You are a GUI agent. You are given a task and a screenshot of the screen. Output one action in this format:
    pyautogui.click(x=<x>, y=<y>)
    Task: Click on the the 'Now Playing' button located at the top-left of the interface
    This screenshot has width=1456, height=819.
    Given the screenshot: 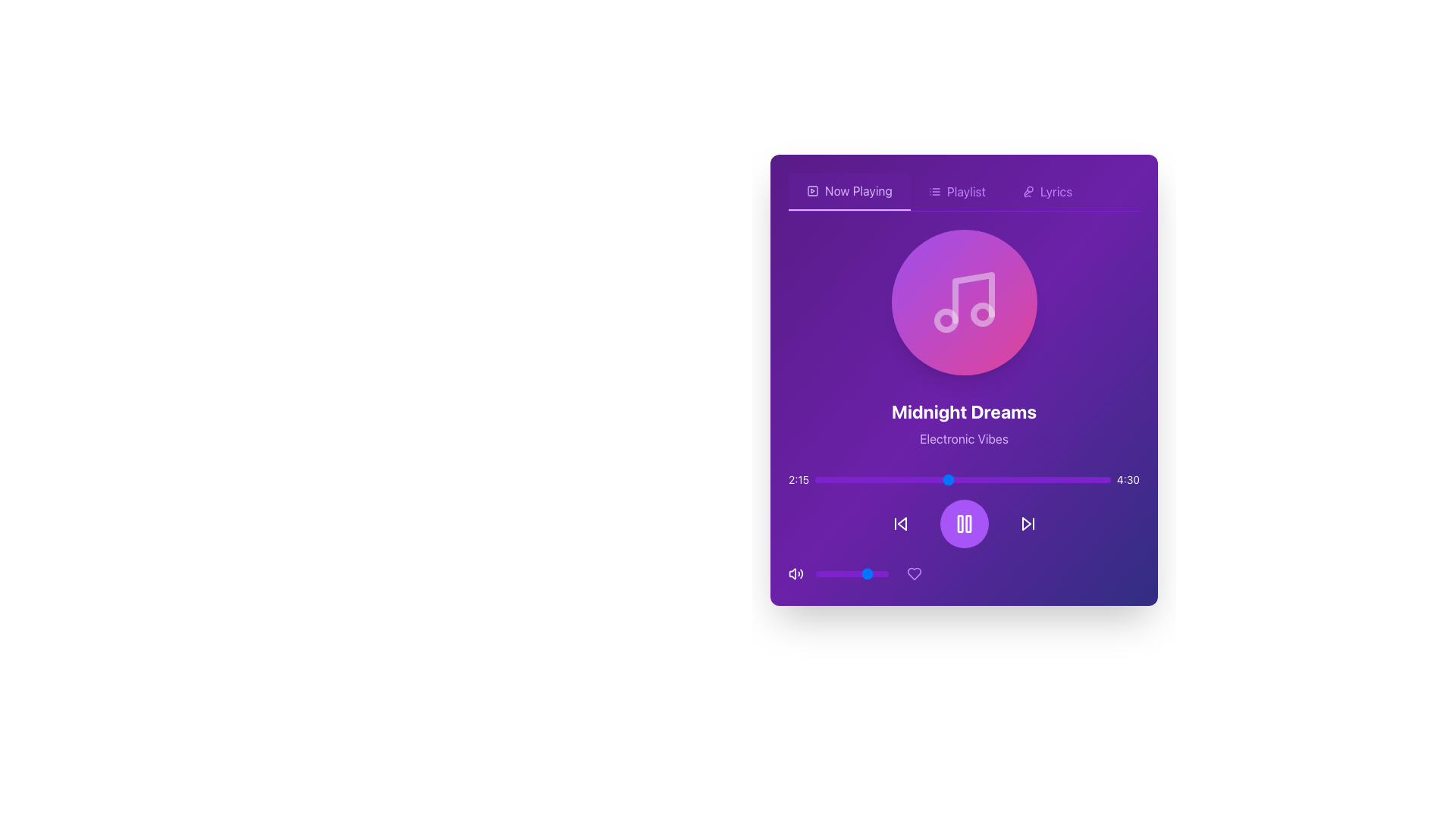 What is the action you would take?
    pyautogui.click(x=849, y=191)
    